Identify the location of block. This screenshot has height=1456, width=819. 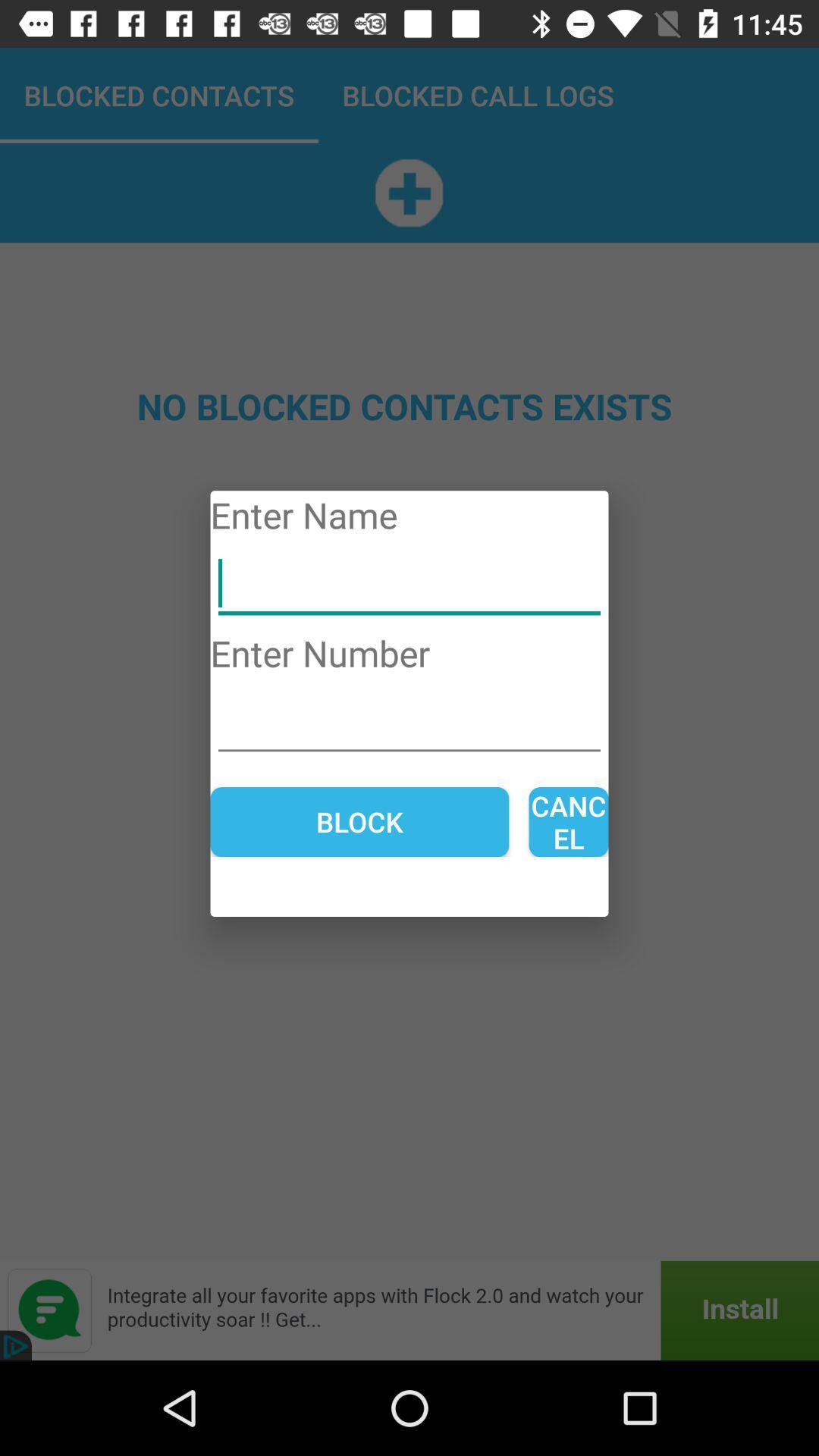
(359, 821).